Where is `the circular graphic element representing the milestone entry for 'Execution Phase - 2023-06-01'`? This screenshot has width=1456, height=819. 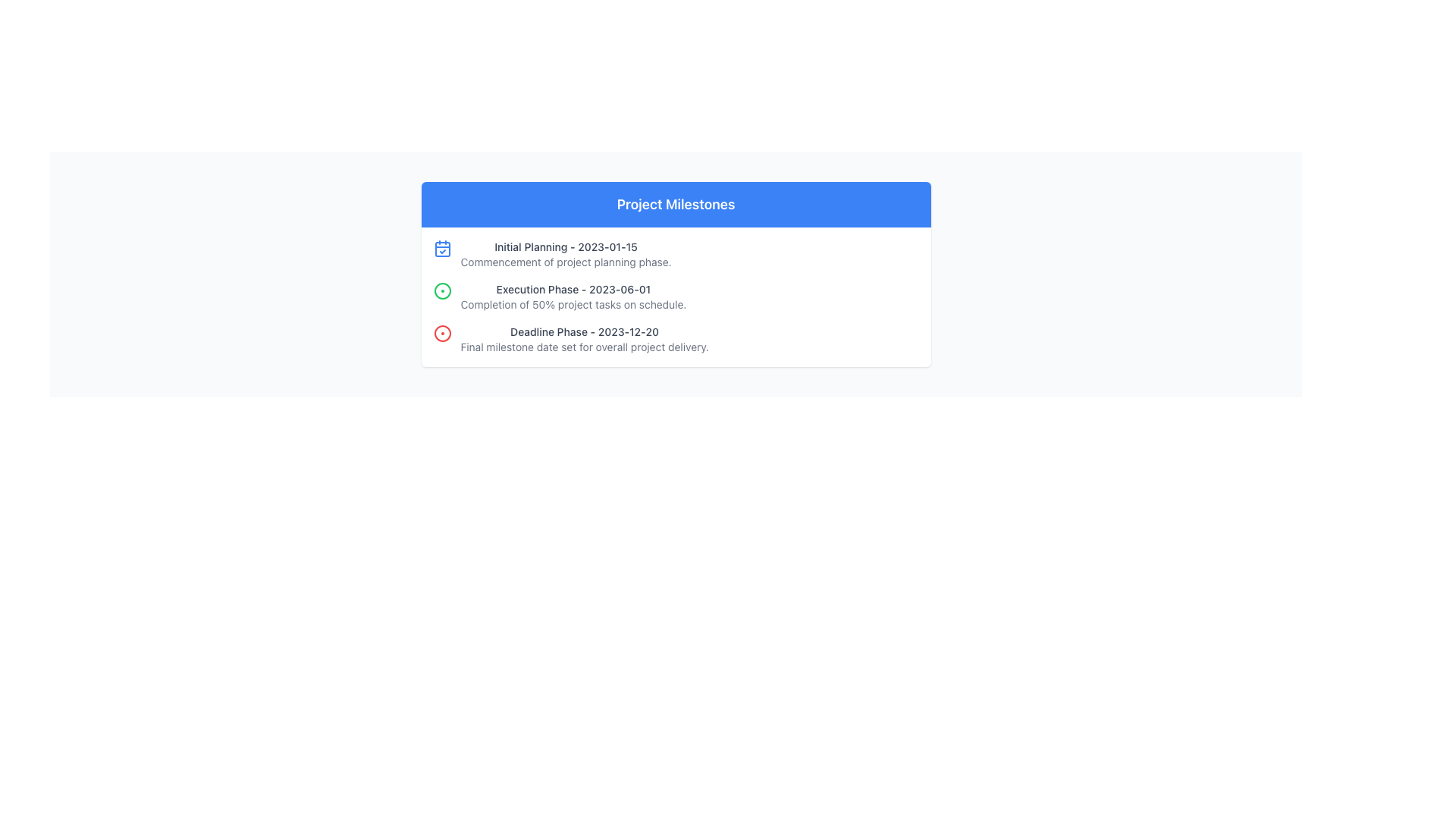 the circular graphic element representing the milestone entry for 'Execution Phase - 2023-06-01' is located at coordinates (441, 291).